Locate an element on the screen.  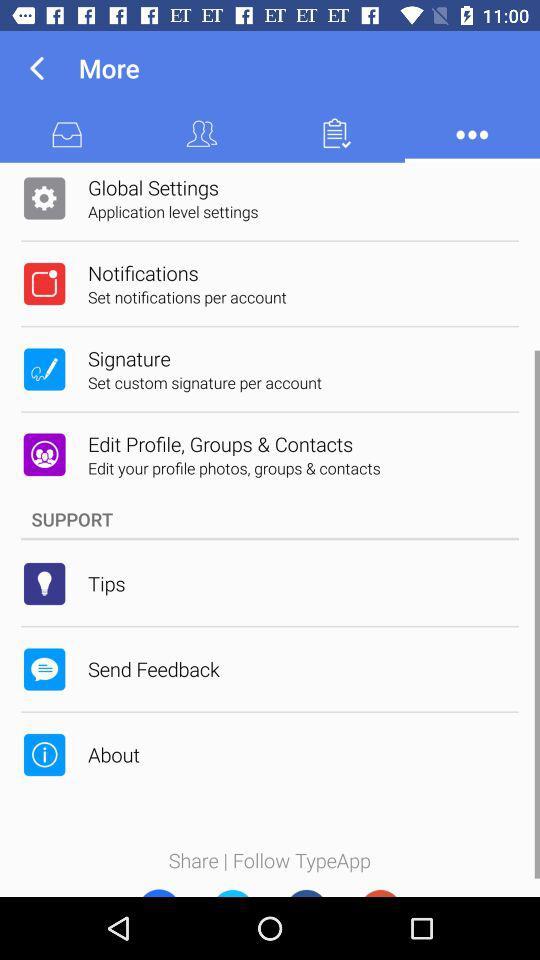
icon below the share | follow typeapp is located at coordinates (157, 887).